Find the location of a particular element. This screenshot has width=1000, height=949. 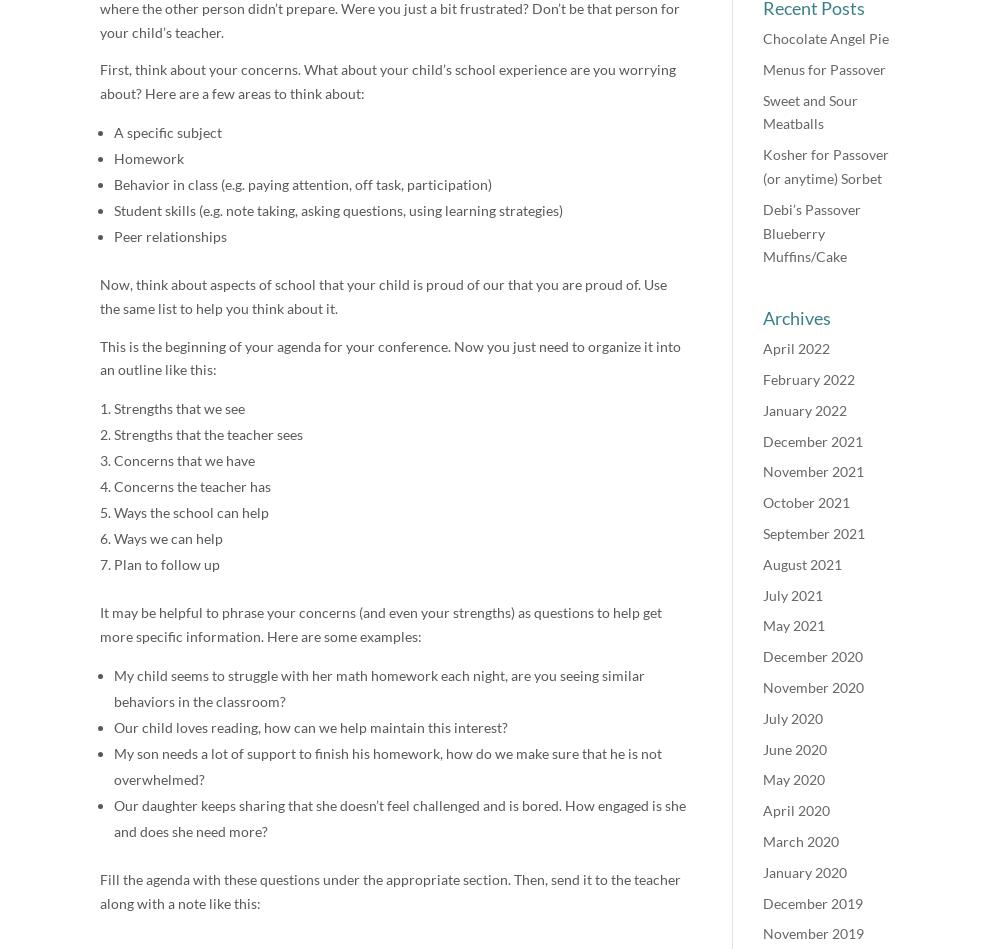

'It may be helpful to phrase your concerns (and even your strengths) as questions to help get more specific information. Here are some examples:' is located at coordinates (381, 623).